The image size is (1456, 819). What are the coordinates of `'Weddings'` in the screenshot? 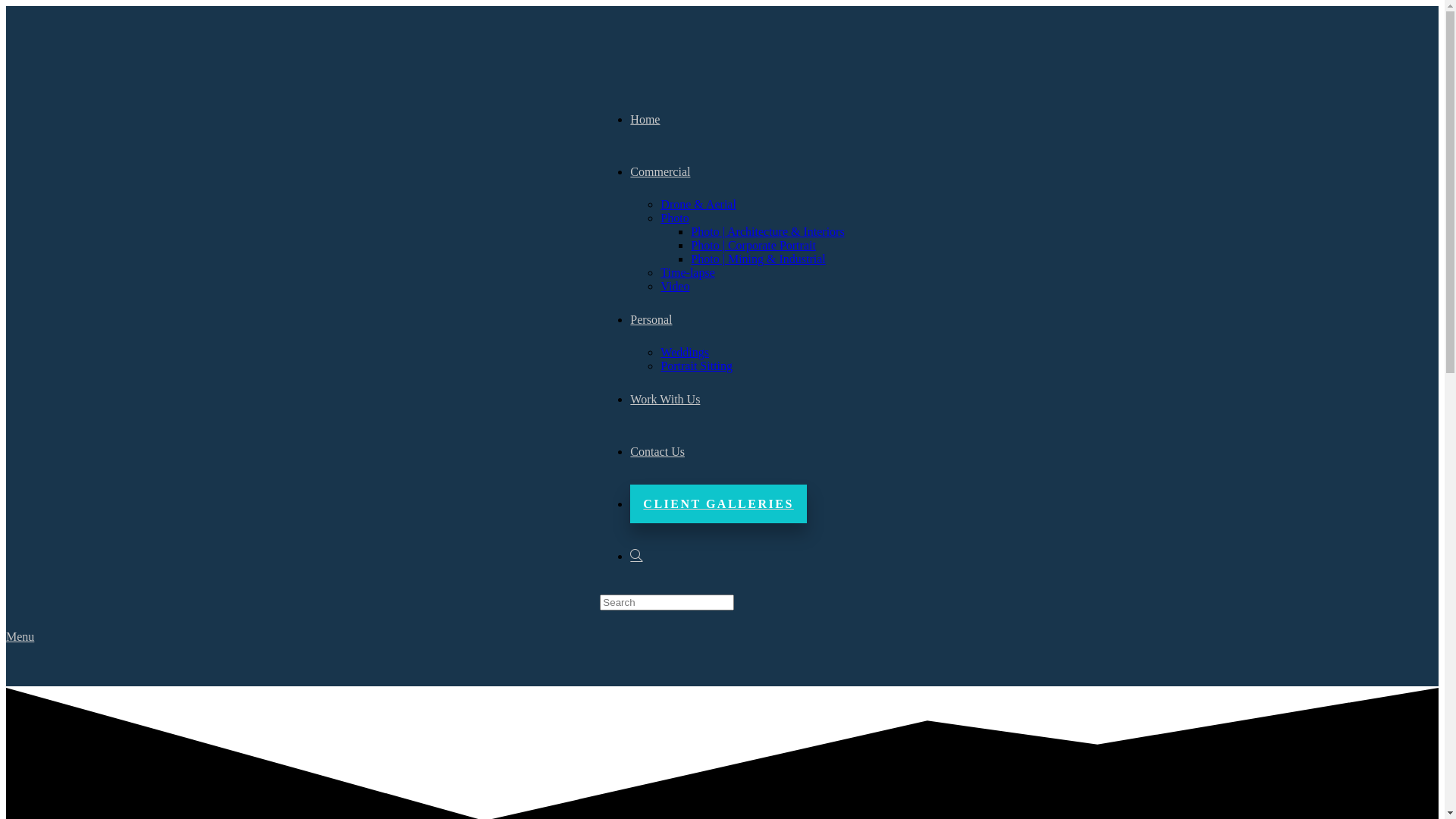 It's located at (683, 352).